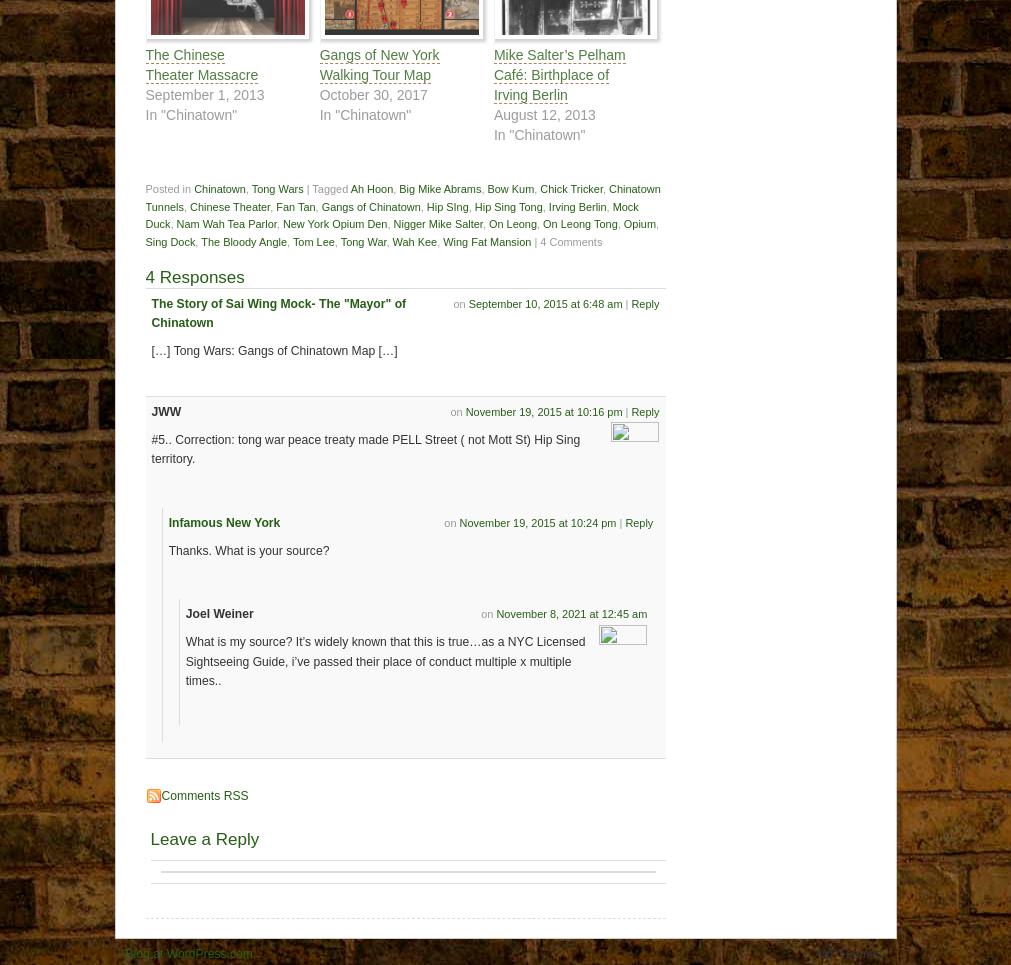 Image resolution: width=1011 pixels, height=965 pixels. Describe the element at coordinates (472, 206) in the screenshot. I see `'Hip Sing Tong'` at that location.